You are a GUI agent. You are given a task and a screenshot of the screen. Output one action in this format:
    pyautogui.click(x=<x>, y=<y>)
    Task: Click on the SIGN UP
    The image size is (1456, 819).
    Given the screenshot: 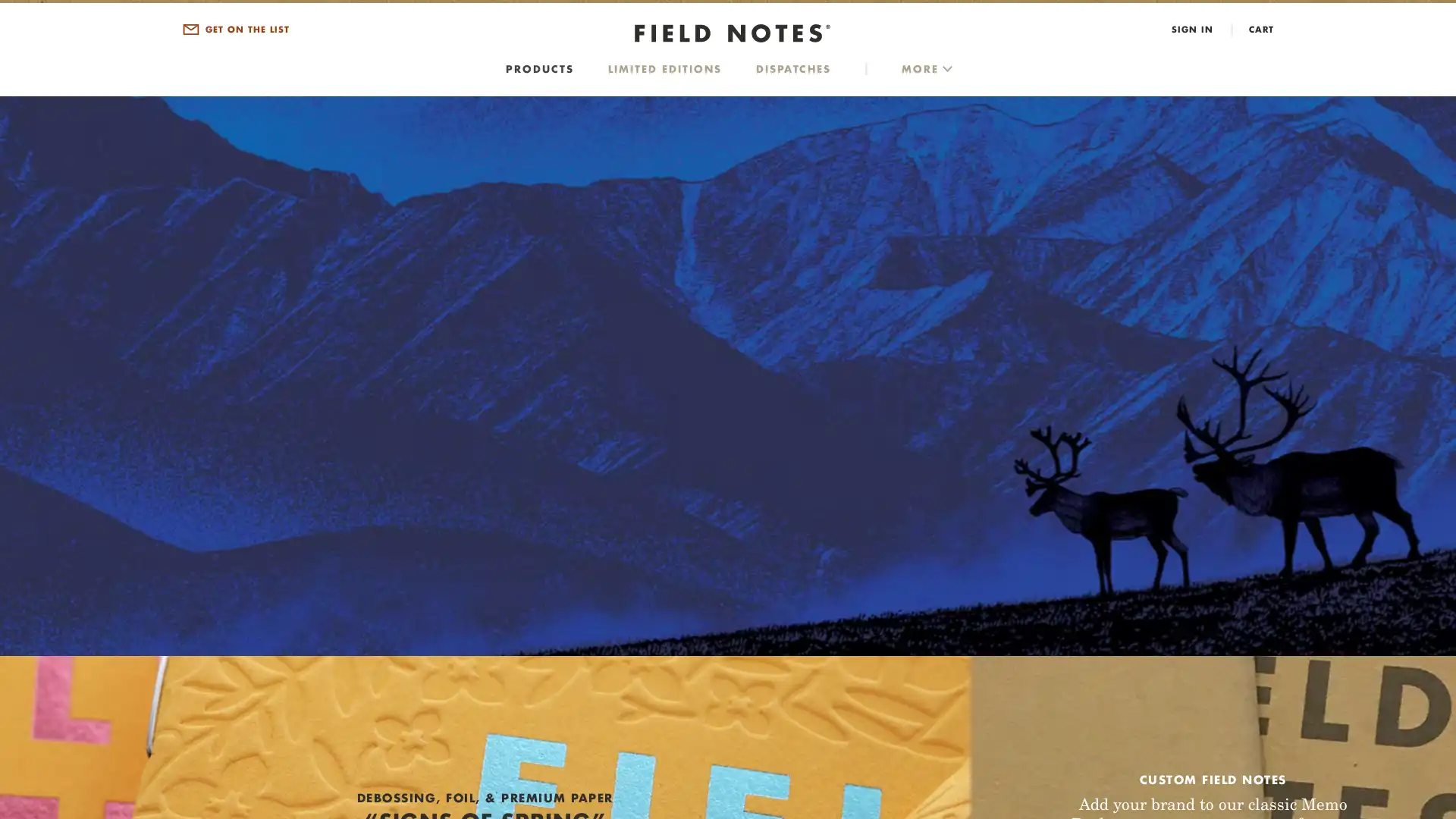 What is the action you would take?
    pyautogui.click(x=1151, y=625)
    